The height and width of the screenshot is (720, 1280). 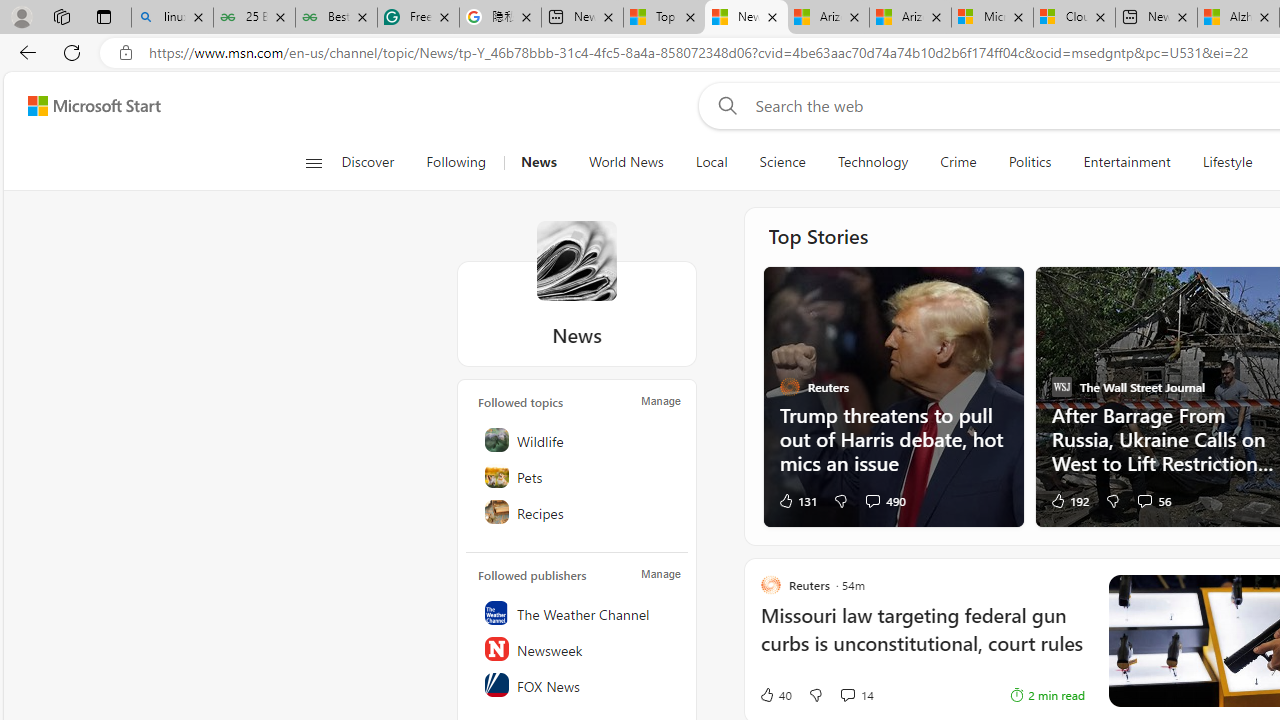 What do you see at coordinates (253, 17) in the screenshot?
I see `'25 Basic Linux Commands For Beginners - GeeksforGeeks'` at bounding box center [253, 17].